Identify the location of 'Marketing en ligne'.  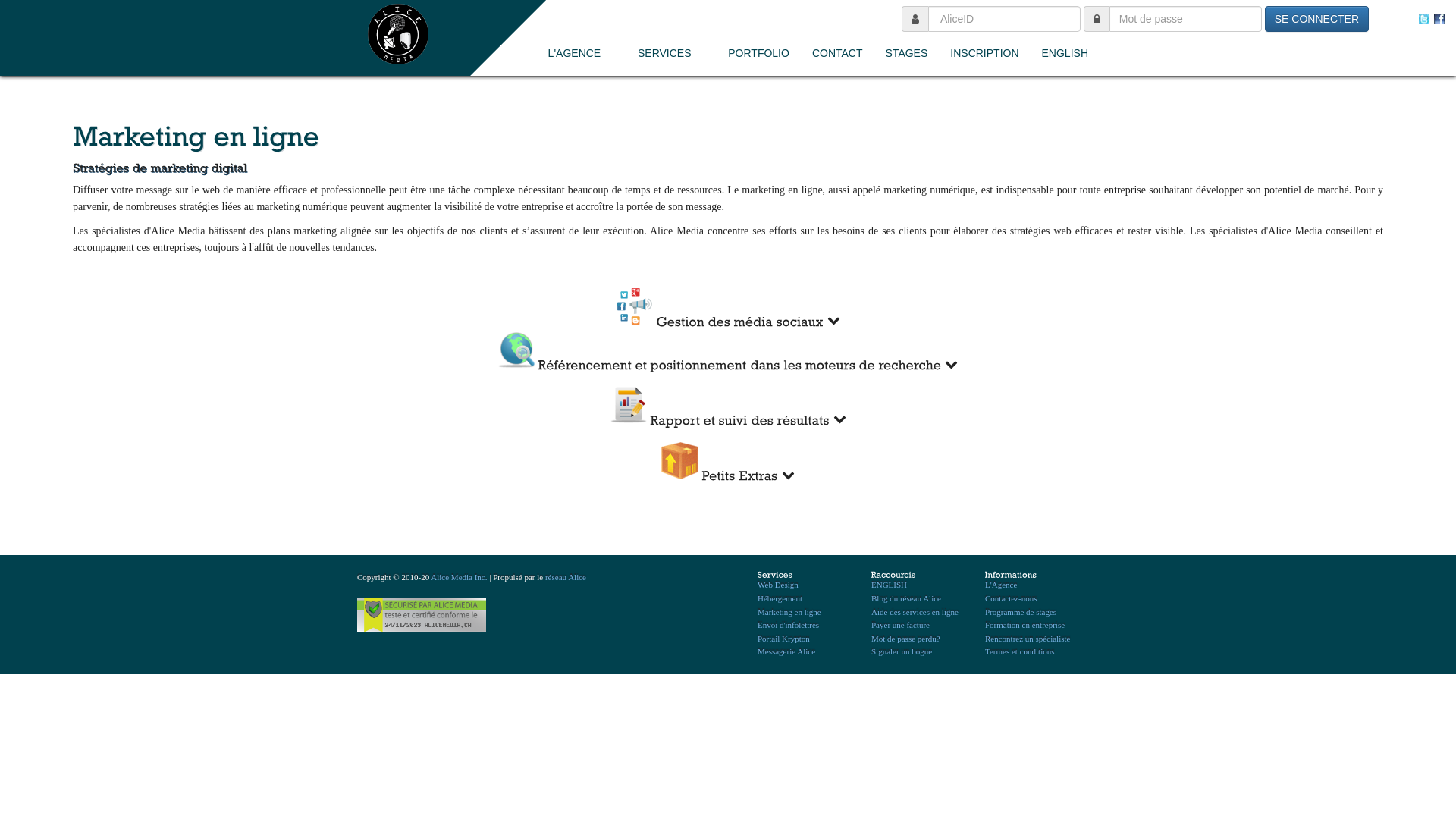
(789, 610).